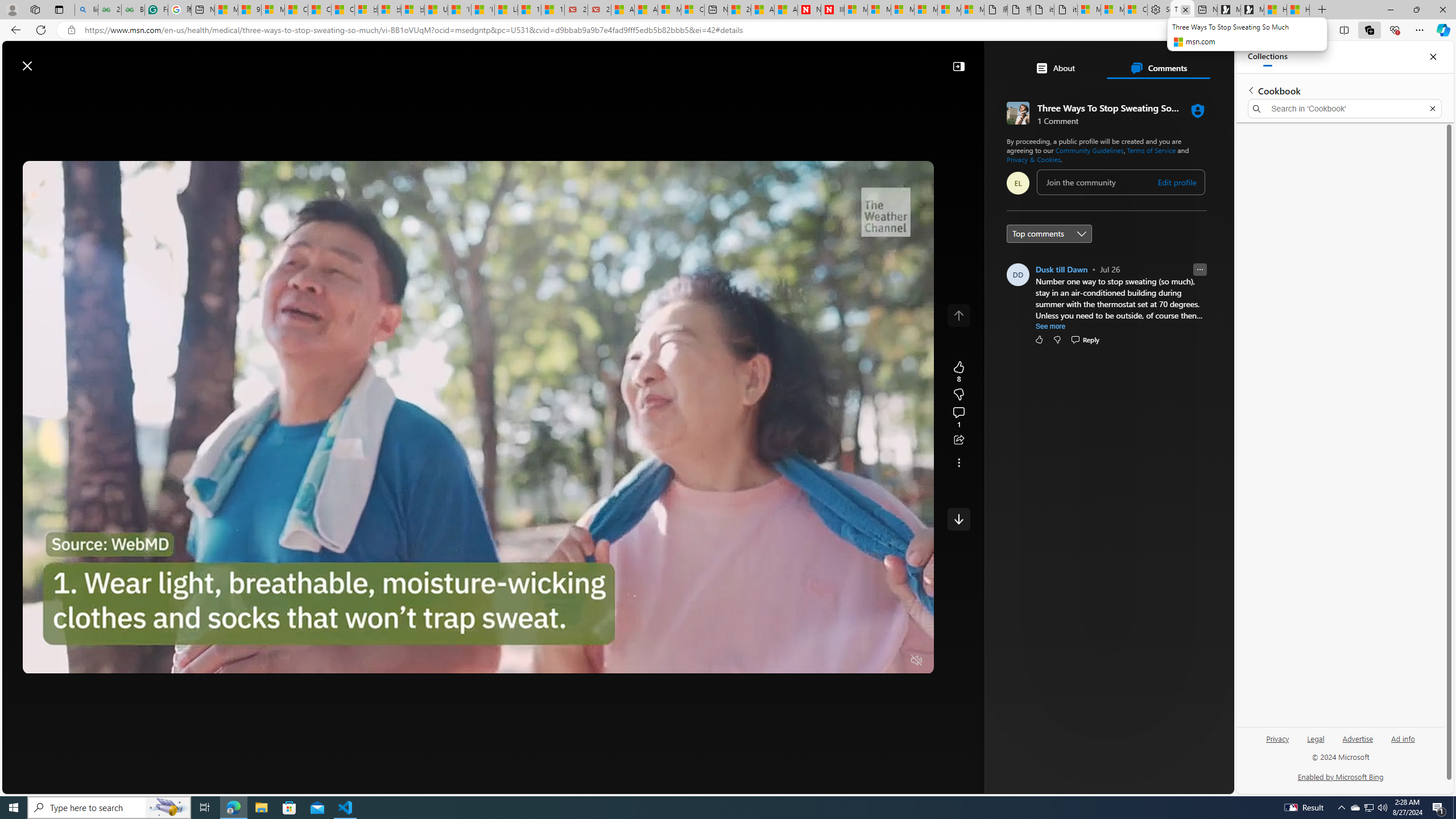 This screenshot has height=819, width=1456. I want to click on '8 Like', so click(958, 371).